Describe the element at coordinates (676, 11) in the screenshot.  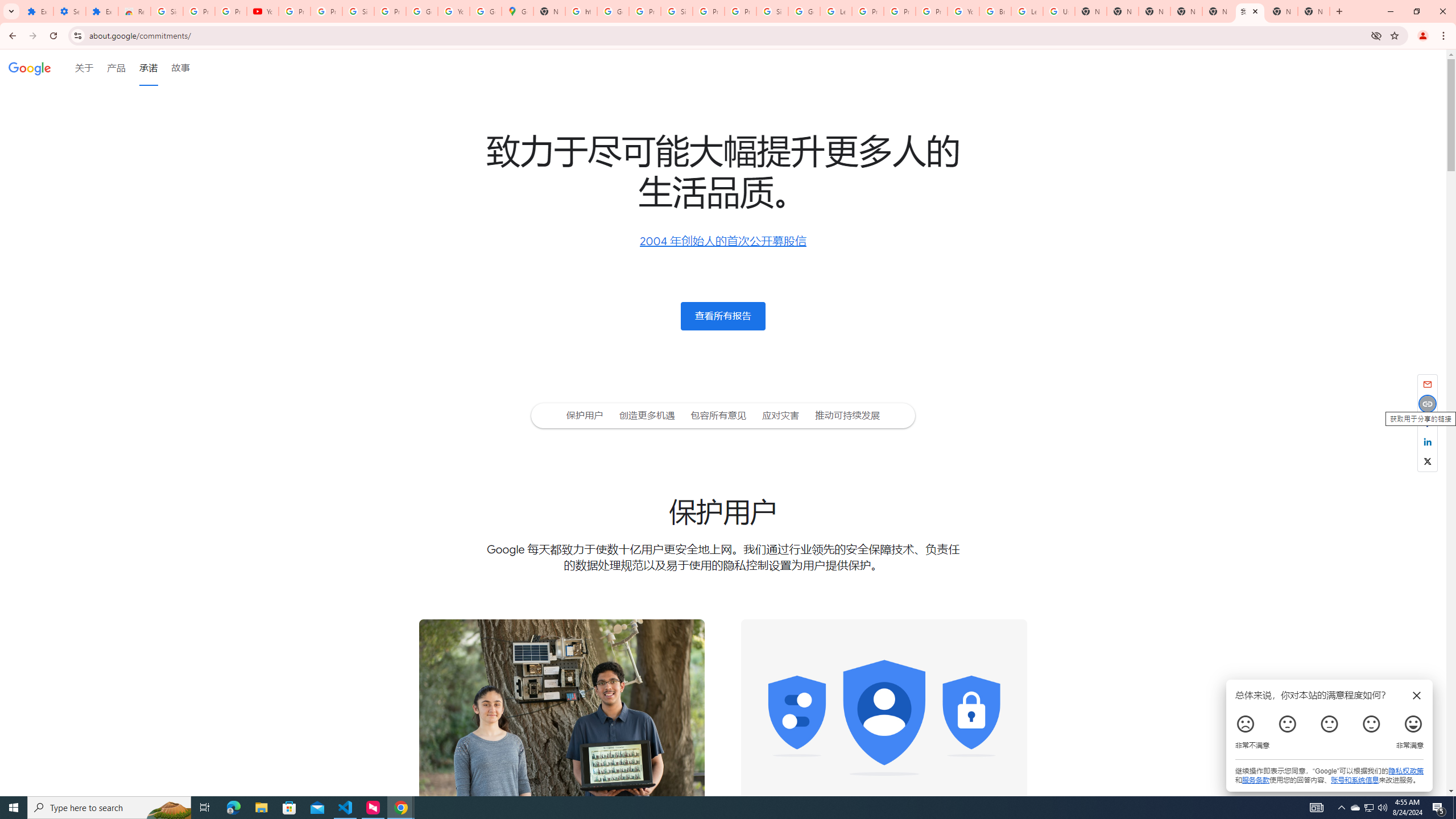
I see `'Sign in - Google Accounts'` at that location.